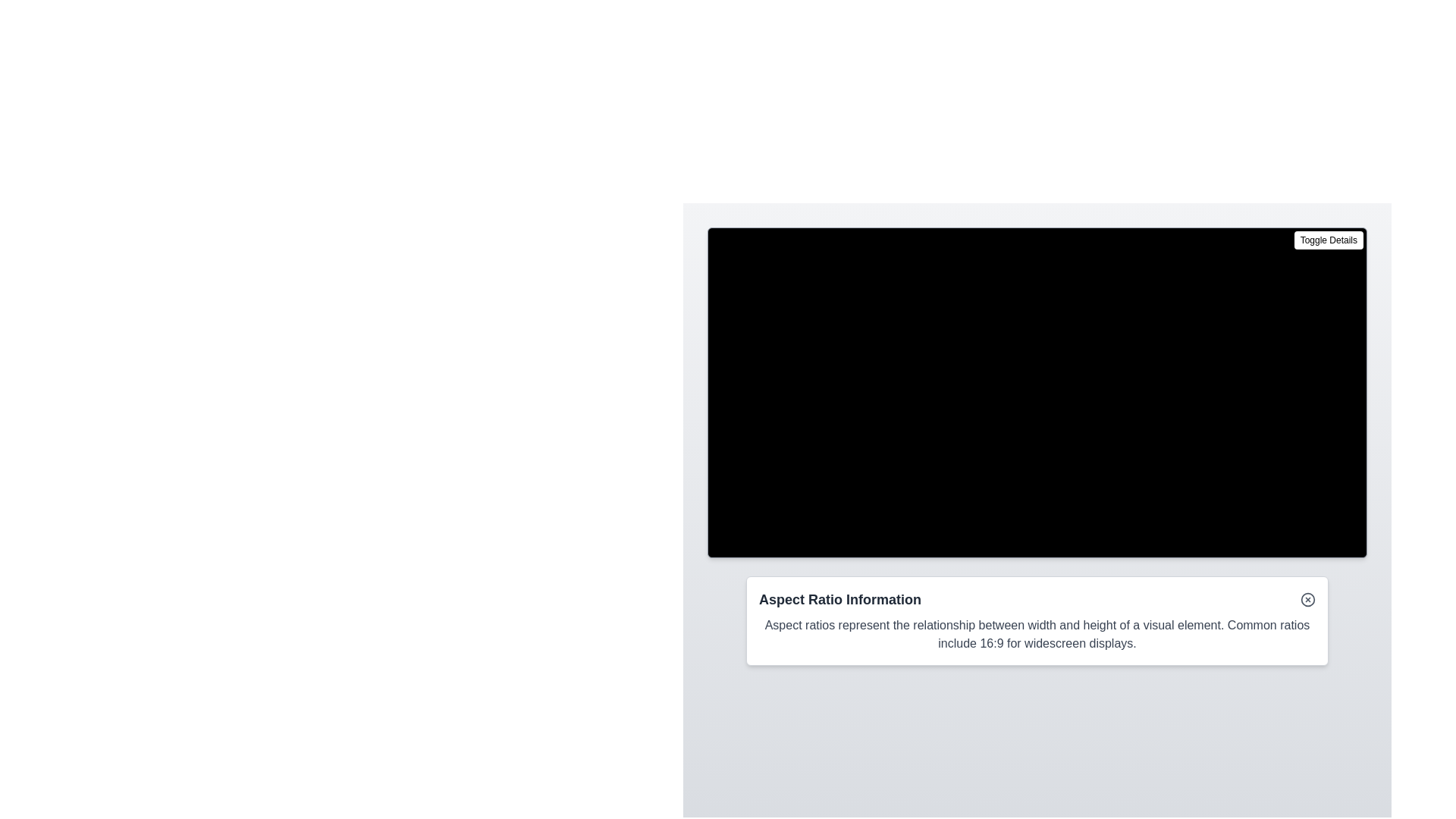  What do you see at coordinates (1037, 391) in the screenshot?
I see `to seek through the video timeline in the video player interface, which is identified by the placeholder message 'Your browser does not support the video tag.'` at bounding box center [1037, 391].